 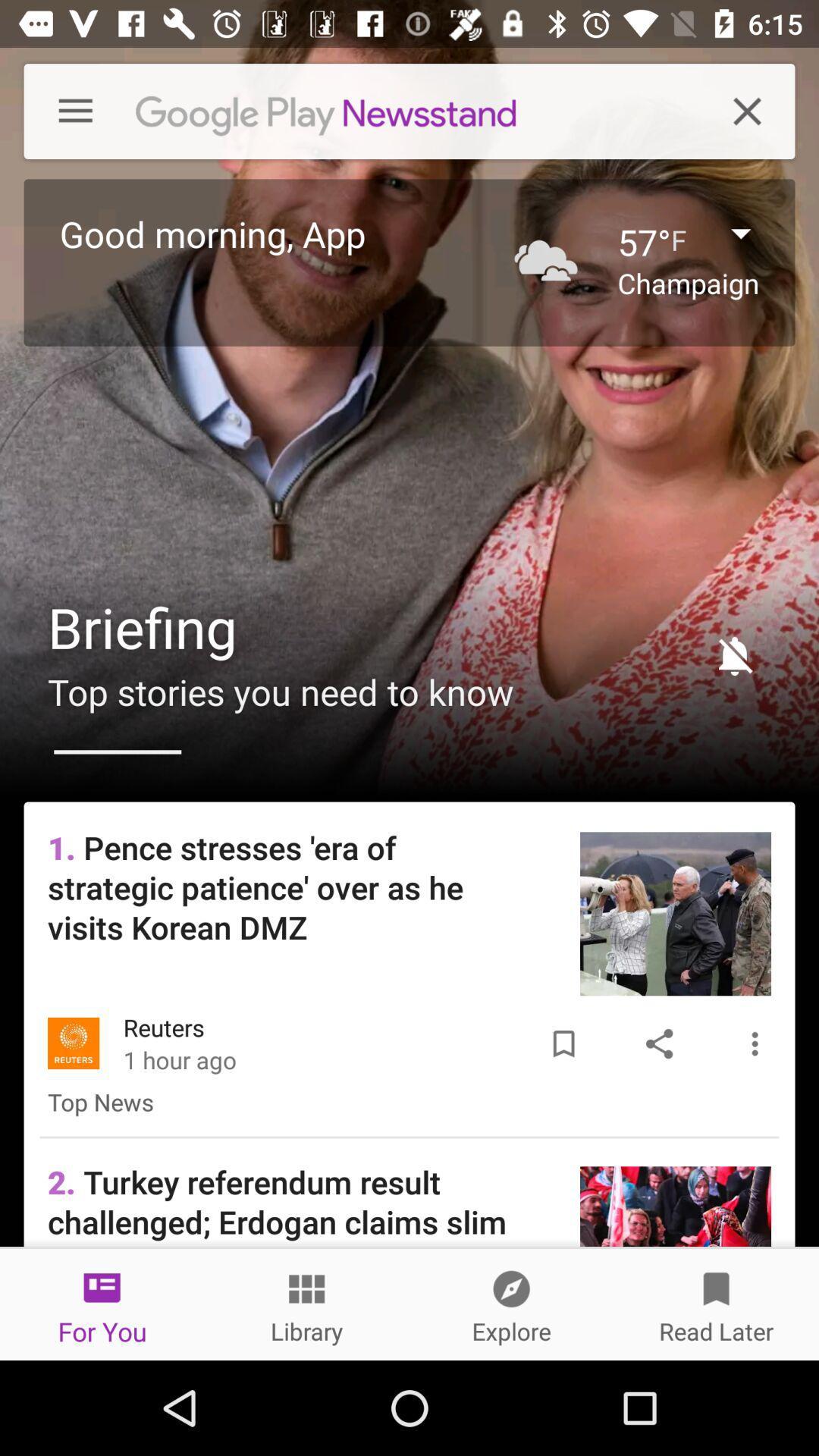 What do you see at coordinates (563, 1043) in the screenshot?
I see `the icon above 2 turkey referendum icon` at bounding box center [563, 1043].